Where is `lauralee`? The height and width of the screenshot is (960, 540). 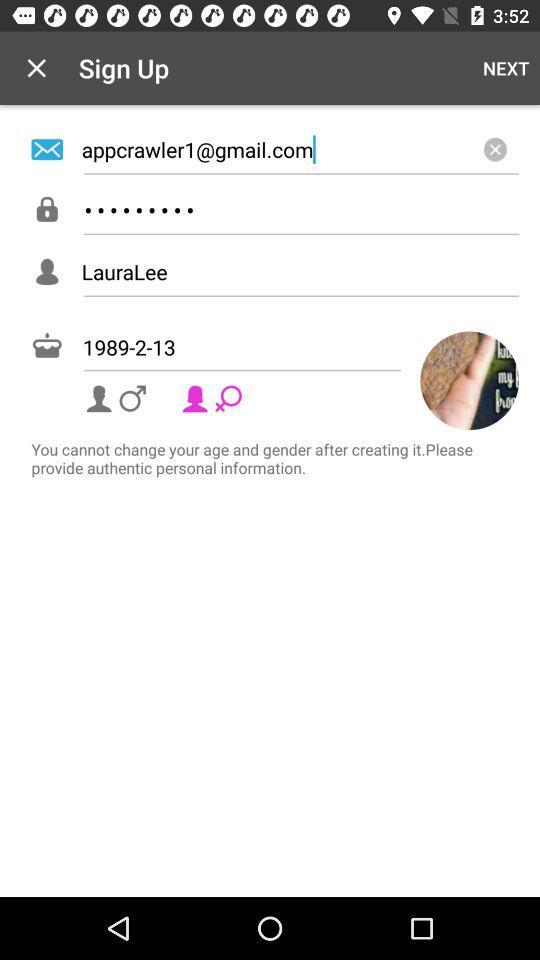 lauralee is located at coordinates (299, 270).